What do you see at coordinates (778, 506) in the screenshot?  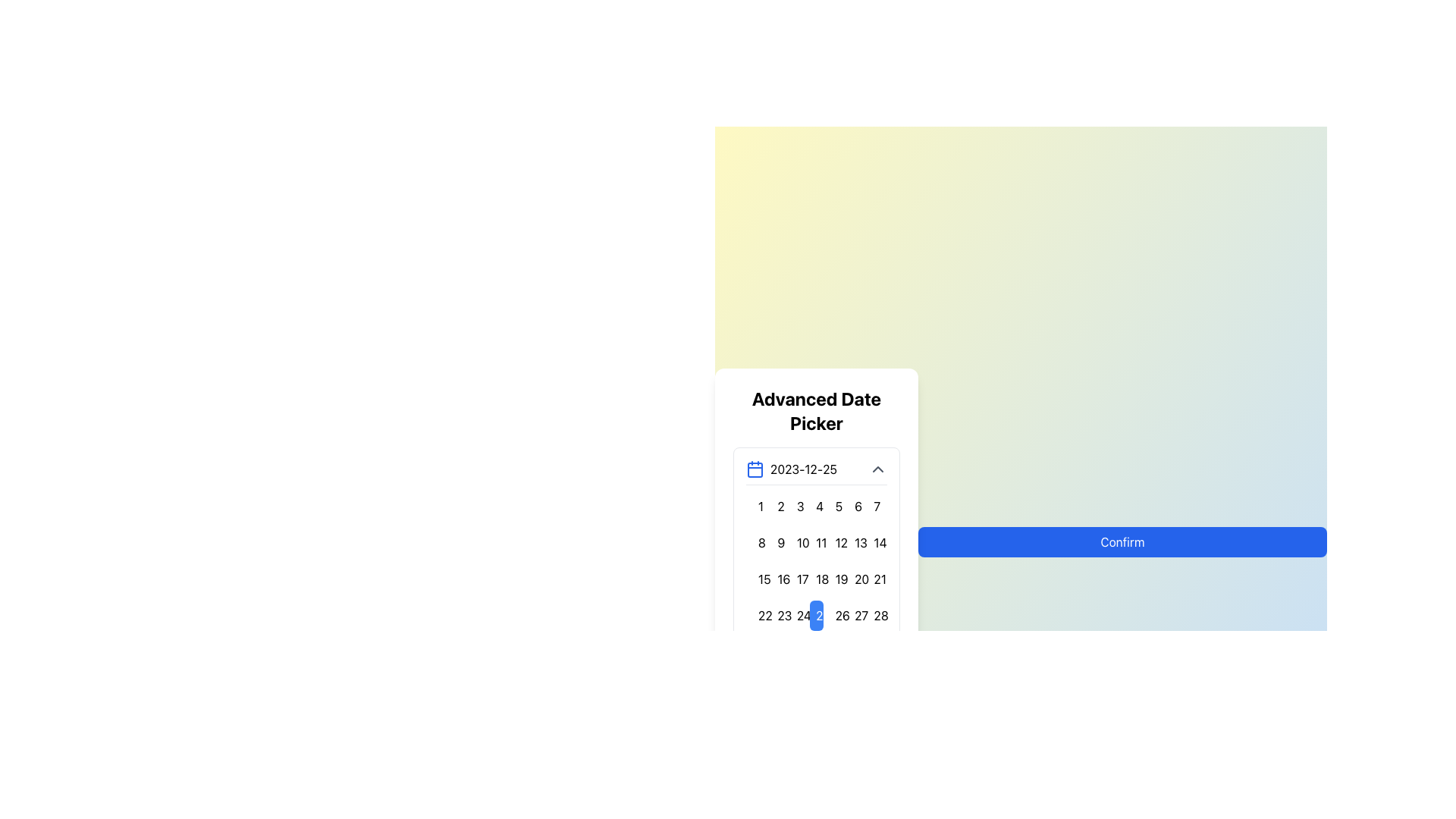 I see `the interactive text element representing the selectable date '2' in the calendar` at bounding box center [778, 506].